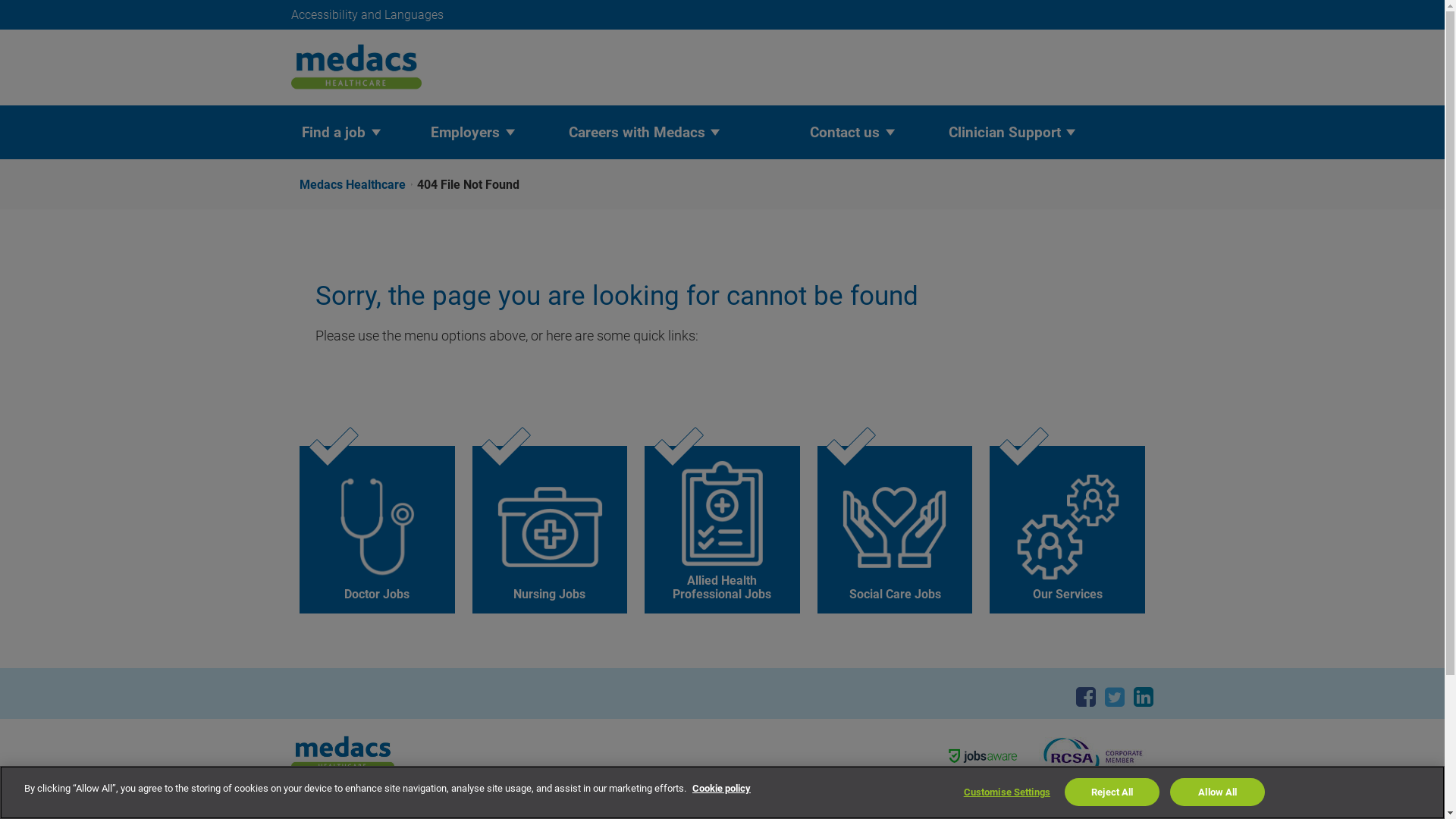 Image resolution: width=1456 pixels, height=819 pixels. What do you see at coordinates (843, 131) in the screenshot?
I see `'Contact us'` at bounding box center [843, 131].